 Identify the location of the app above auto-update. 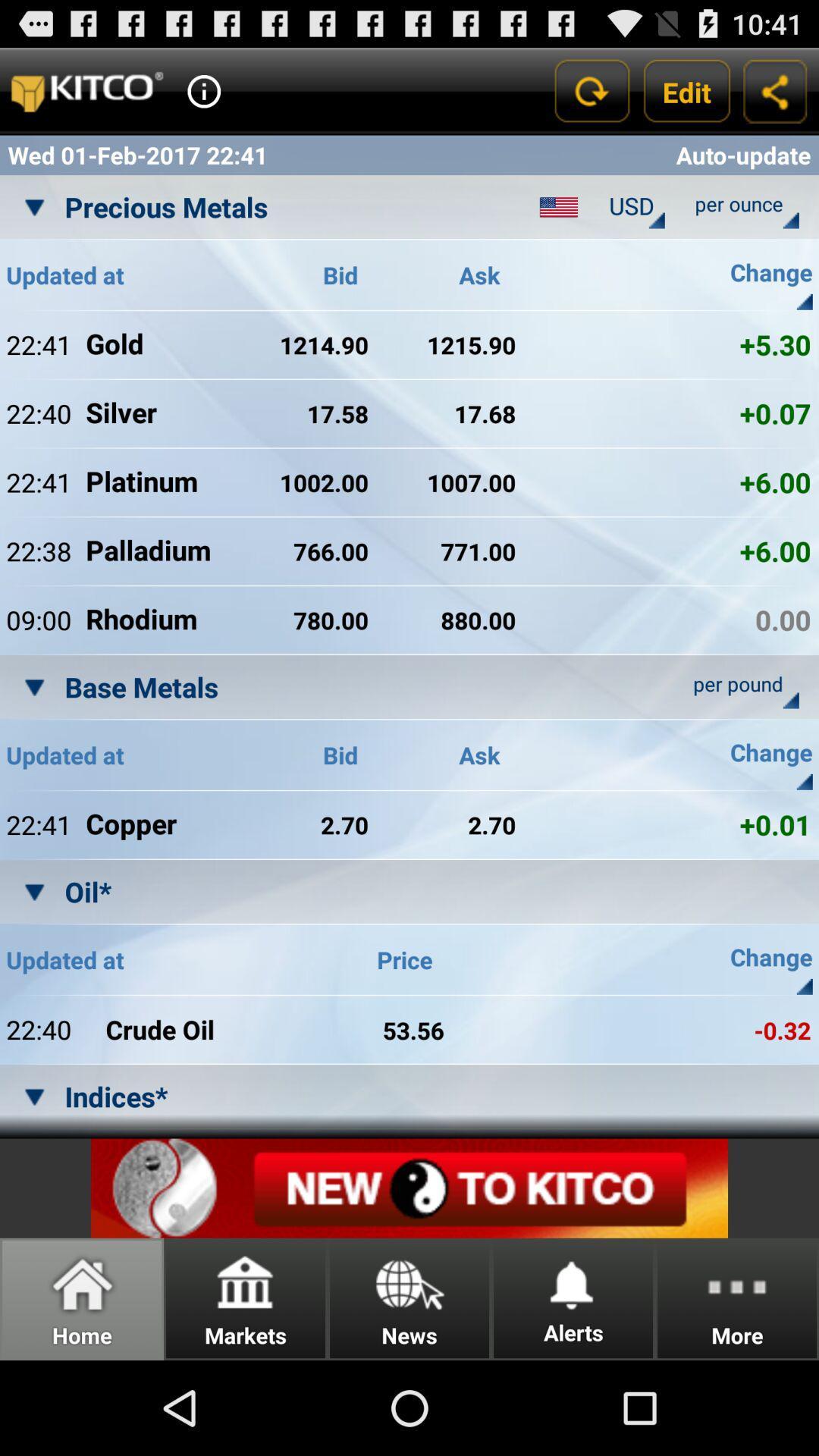
(687, 90).